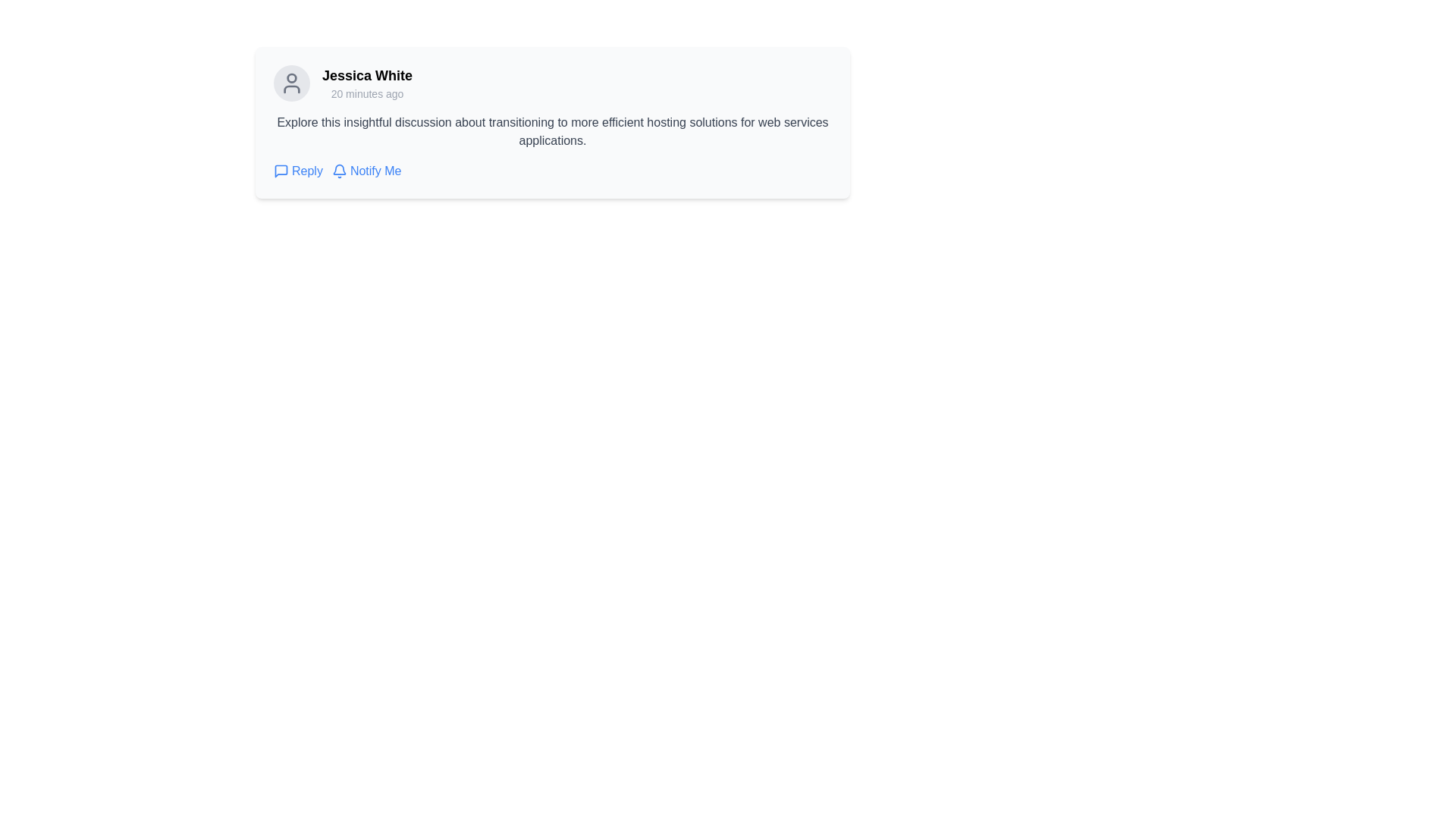 The image size is (1456, 819). Describe the element at coordinates (367, 93) in the screenshot. I see `timestamp text label displaying '20 minutes ago' that is styled in small, gray text and located below the name 'Jessica White'` at that location.